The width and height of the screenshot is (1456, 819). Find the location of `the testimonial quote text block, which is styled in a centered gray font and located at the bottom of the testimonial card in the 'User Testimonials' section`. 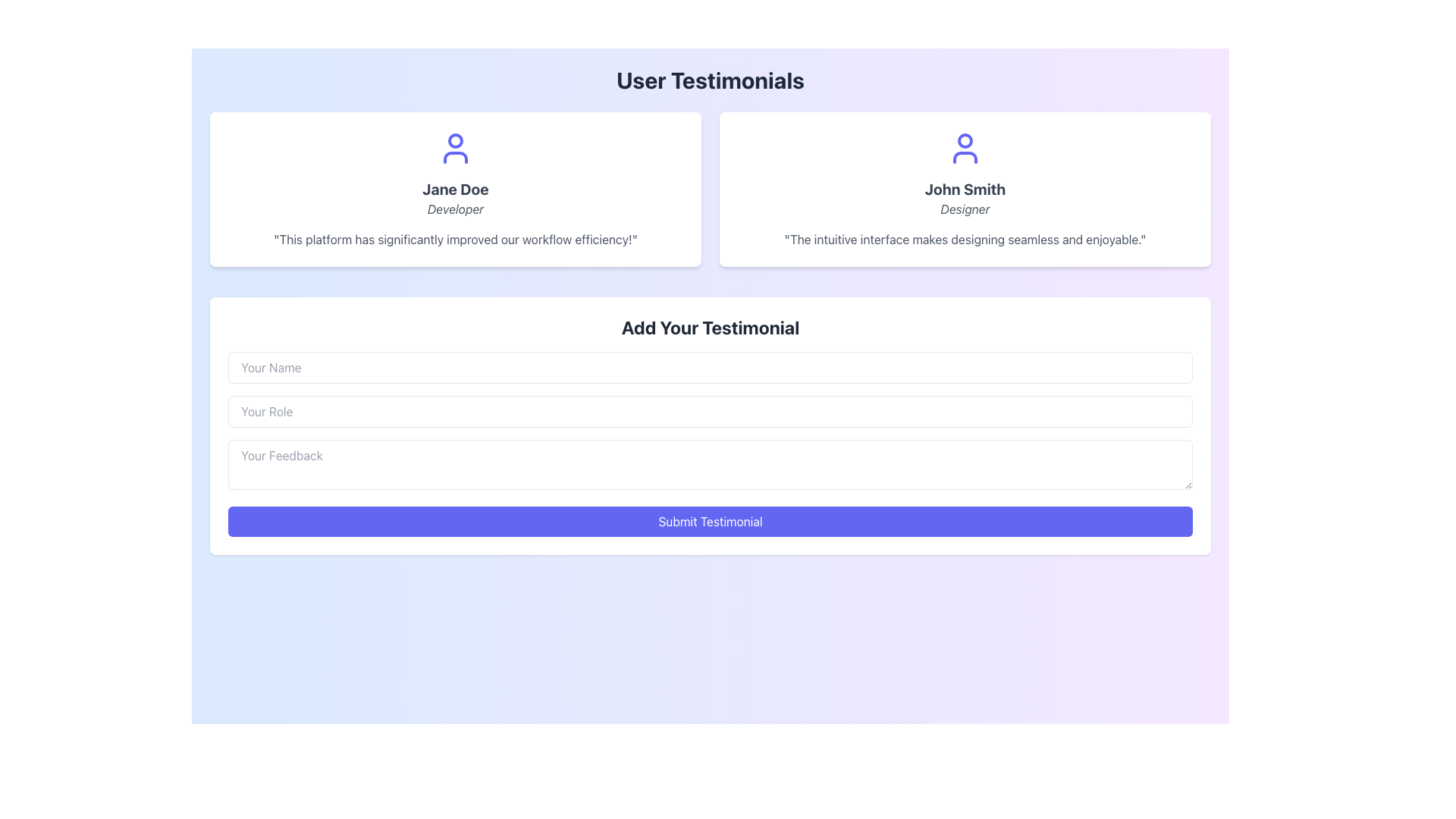

the testimonial quote text block, which is styled in a centered gray font and located at the bottom of the testimonial card in the 'User Testimonials' section is located at coordinates (964, 239).